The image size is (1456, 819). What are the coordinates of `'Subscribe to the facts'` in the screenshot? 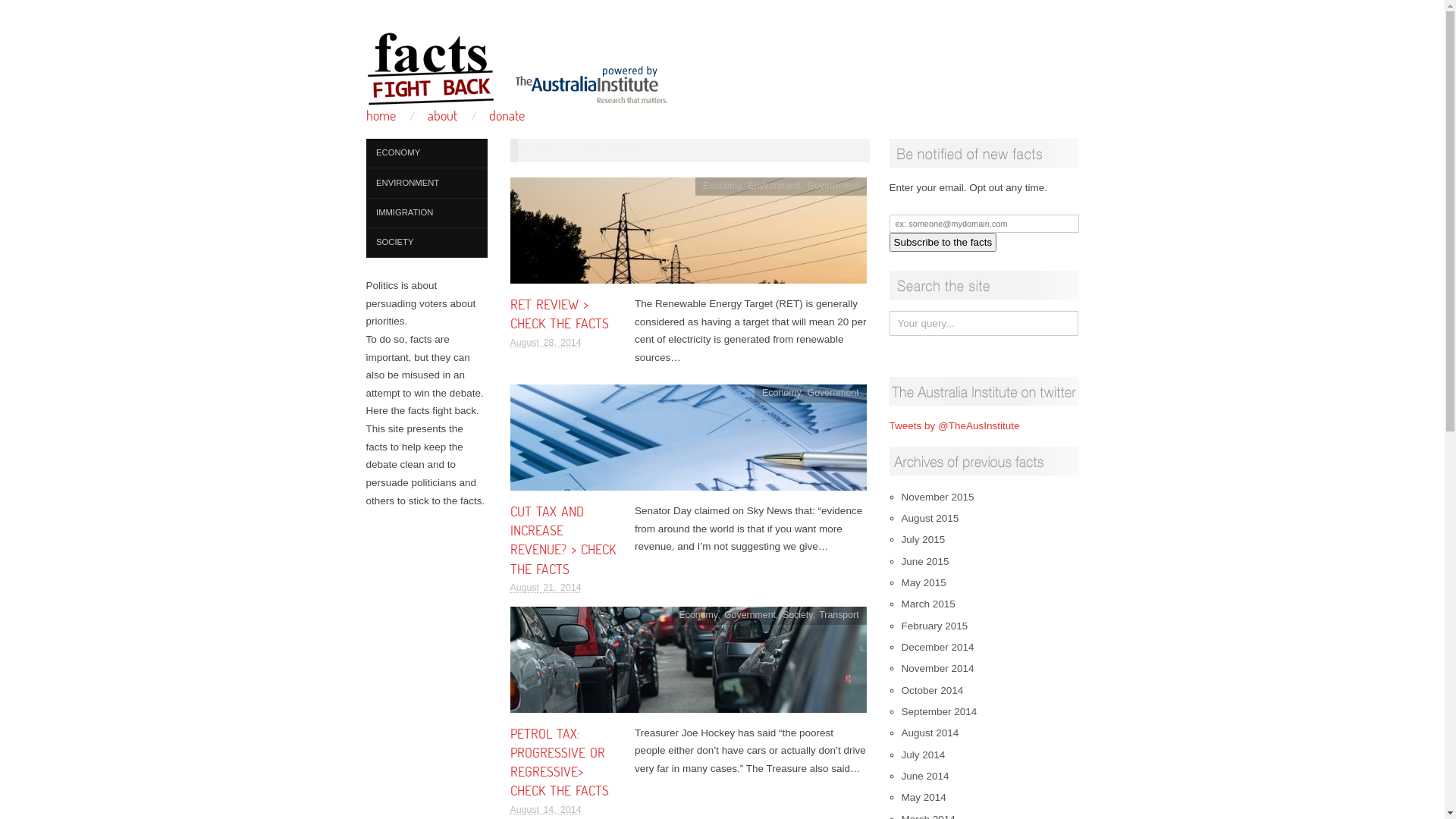 It's located at (942, 241).